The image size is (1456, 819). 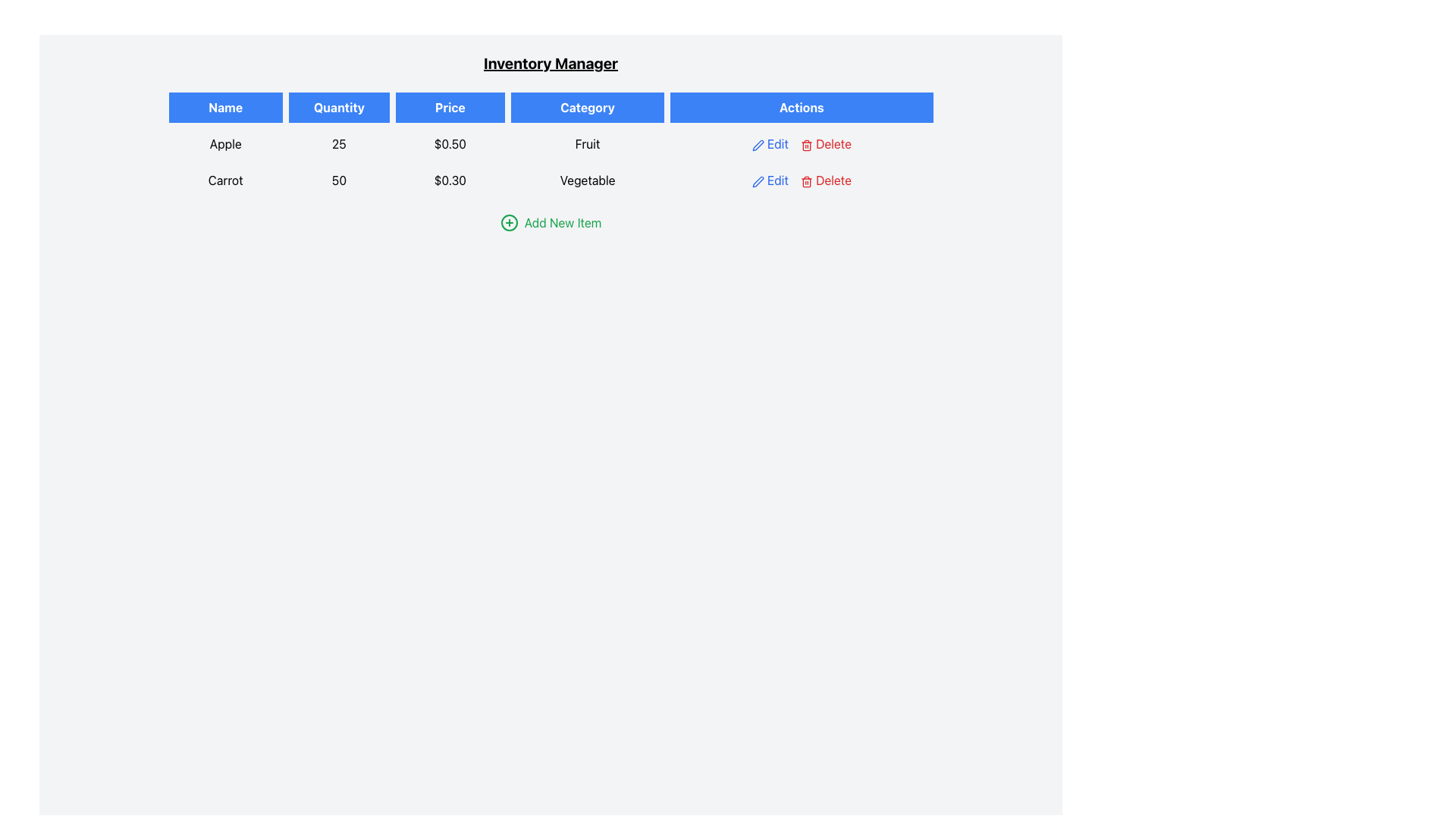 I want to click on the green 'Add New Item' button with a circular '+' icon, so click(x=550, y=222).